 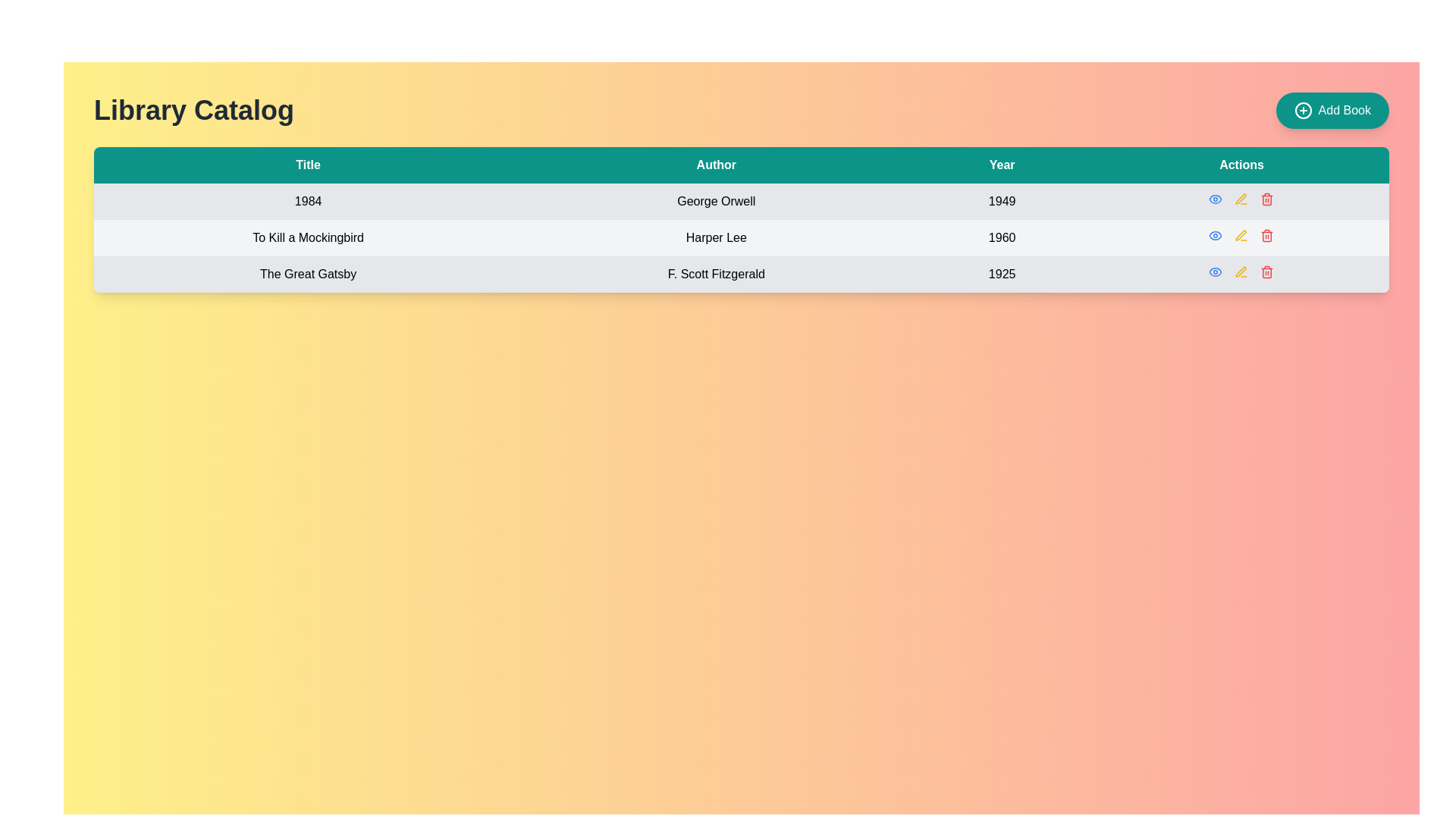 I want to click on the 'Author' label in the table header, which is styled in white font on a teal background and positioned second from the left among four columns, so click(x=715, y=165).